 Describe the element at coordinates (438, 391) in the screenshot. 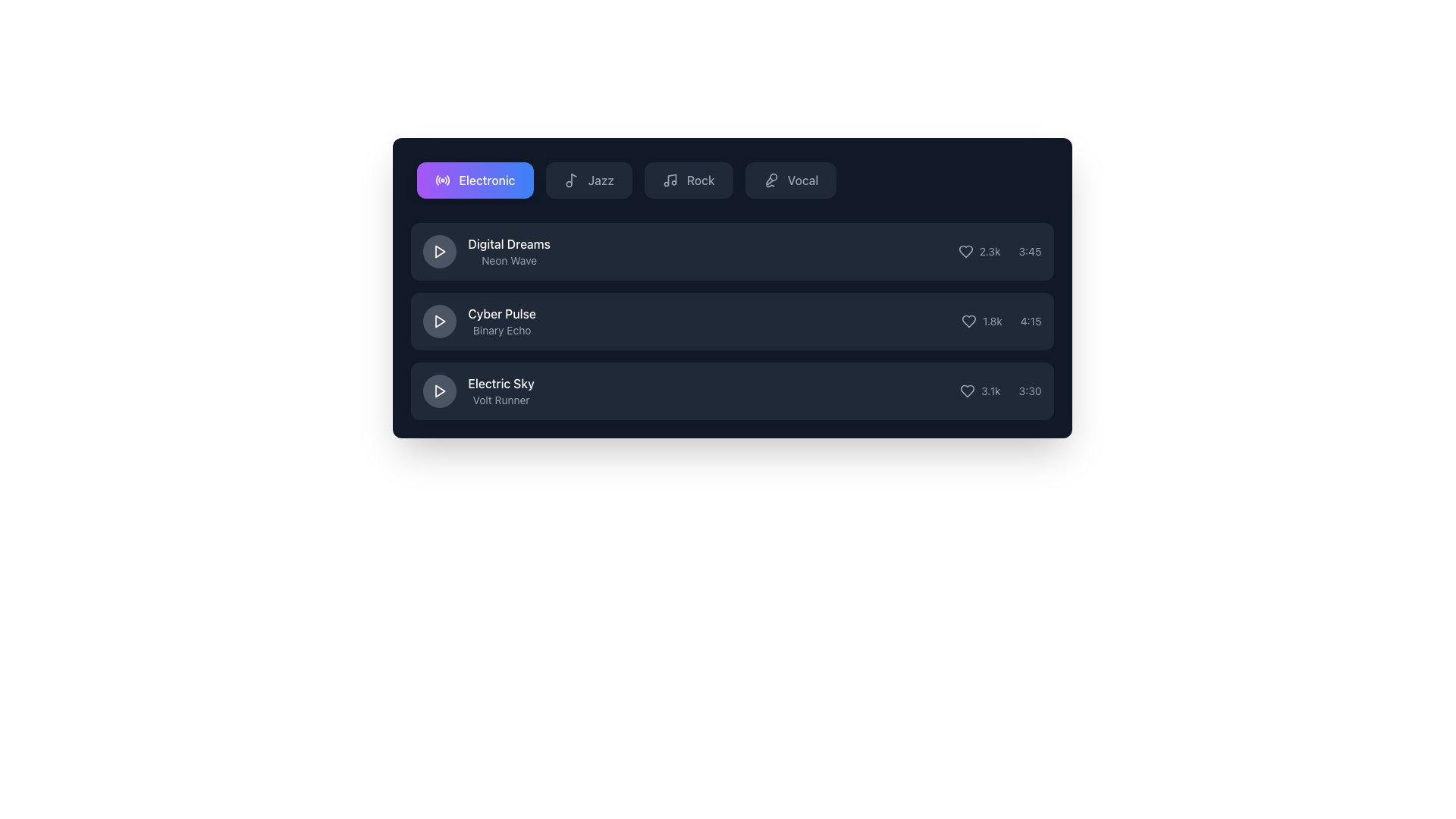

I see `the play button represented by a white triangular shape on a dark circular background located in the middle of the left side of the list item labeled 'Electric Sky' to play the associated media` at that location.